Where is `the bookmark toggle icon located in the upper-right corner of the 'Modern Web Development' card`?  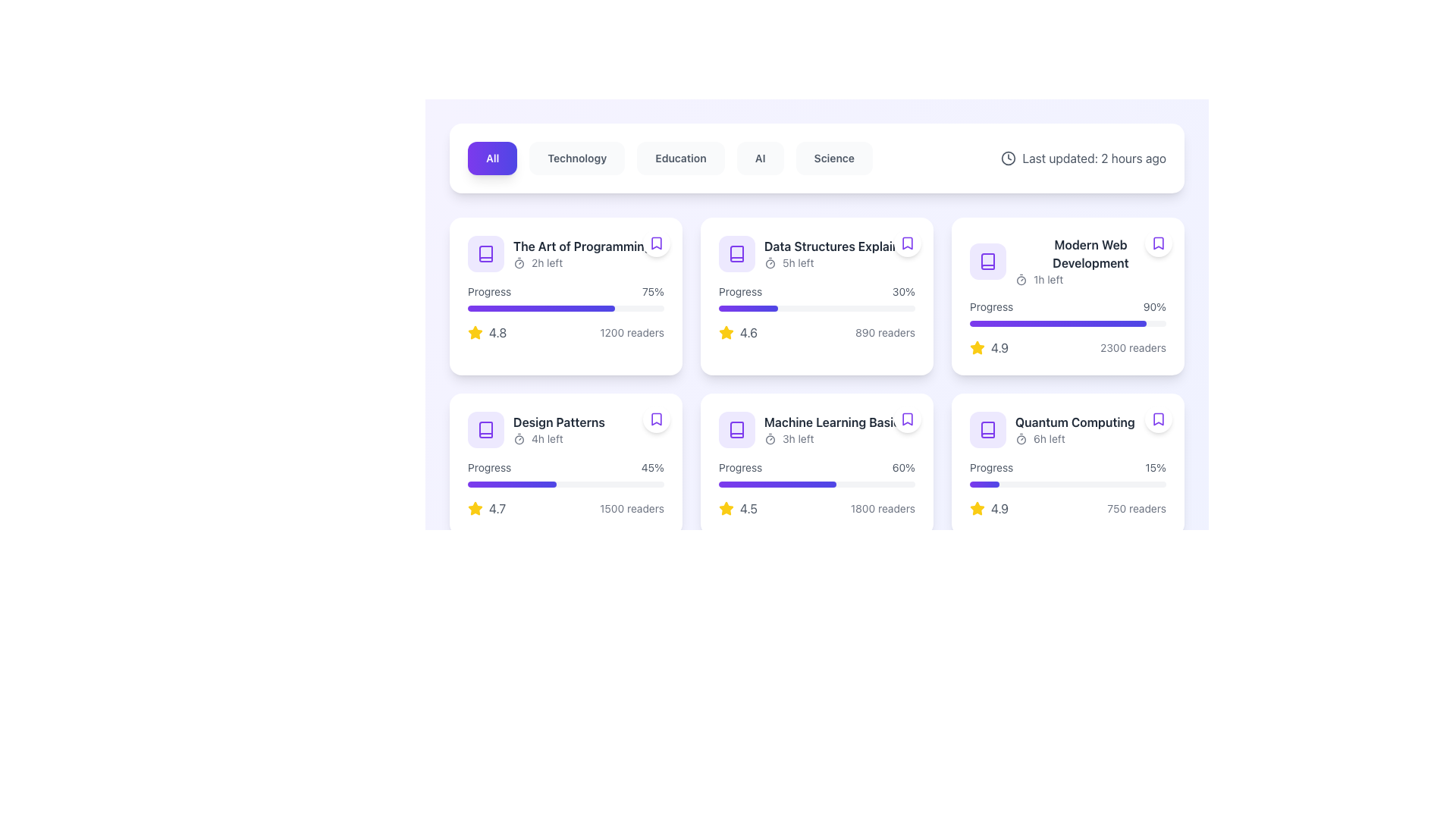 the bookmark toggle icon located in the upper-right corner of the 'Modern Web Development' card is located at coordinates (1157, 242).